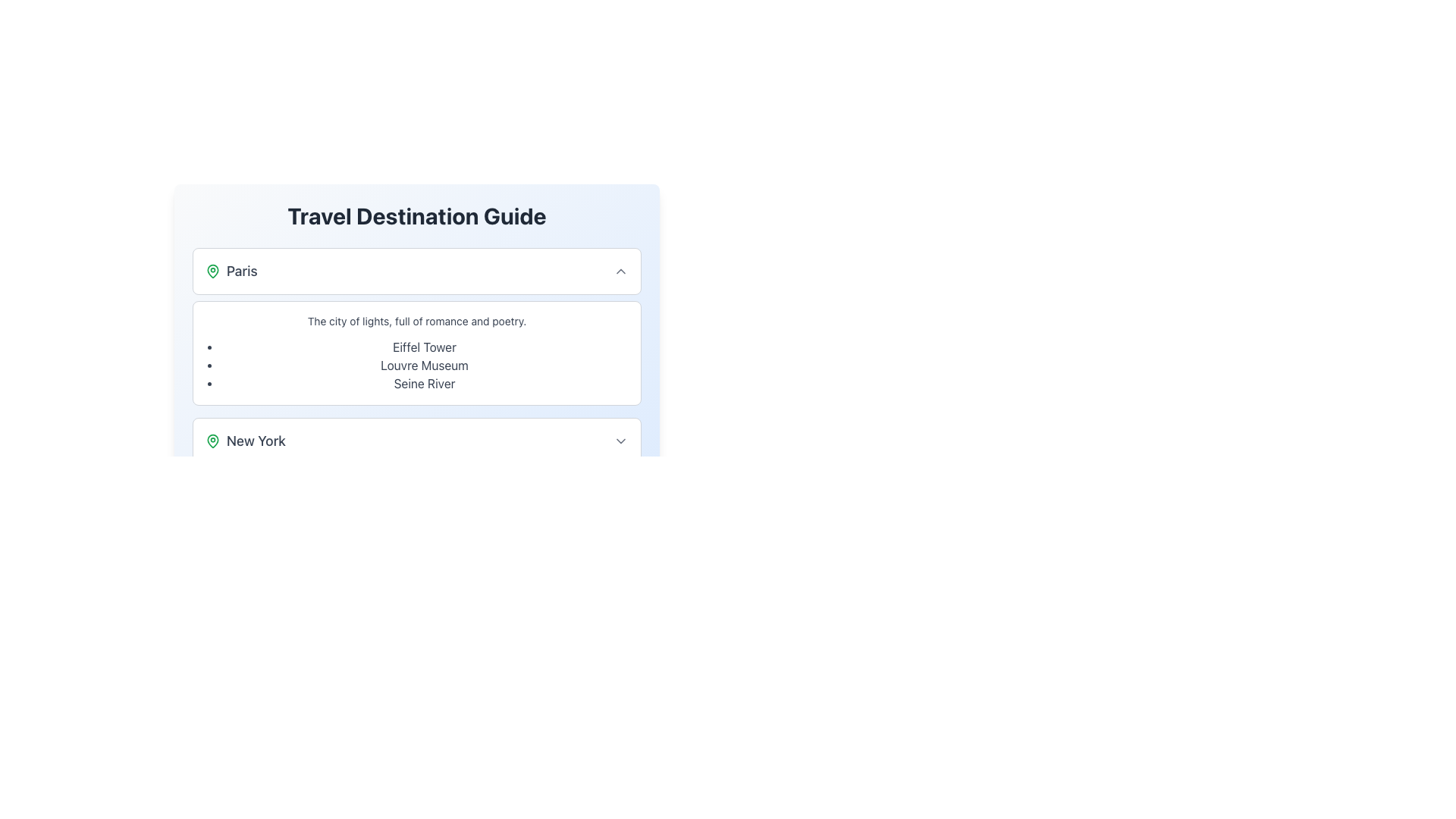  Describe the element at coordinates (425, 382) in the screenshot. I see `the Static Text element displaying 'Seine River', which is the third item in the vertical list under 'Travel Destination Guide' and above the section divider` at that location.